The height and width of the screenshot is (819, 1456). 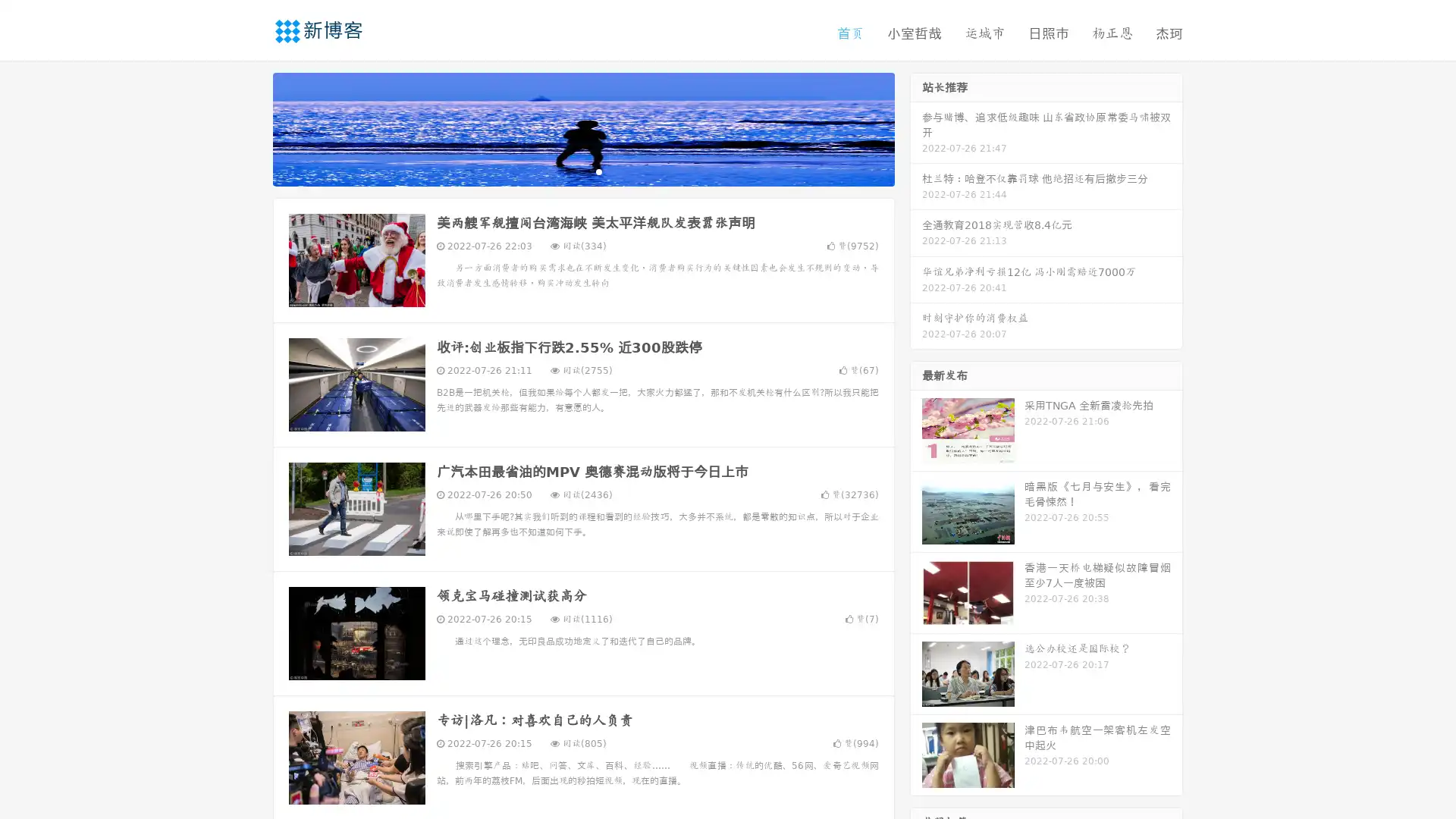 What do you see at coordinates (582, 171) in the screenshot?
I see `Go to slide 2` at bounding box center [582, 171].